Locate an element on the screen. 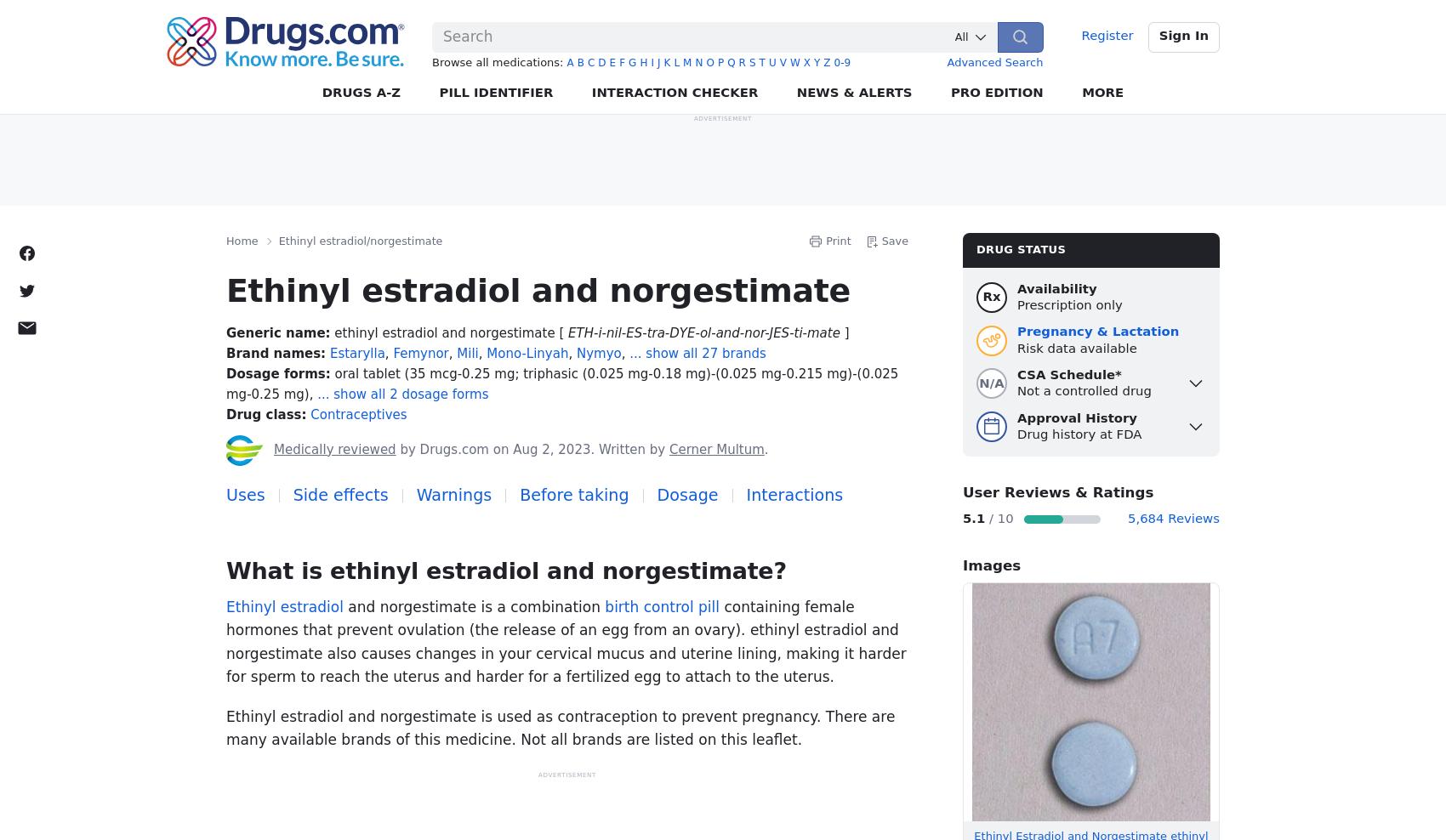 The width and height of the screenshot is (1446, 840). 'p' is located at coordinates (719, 63).